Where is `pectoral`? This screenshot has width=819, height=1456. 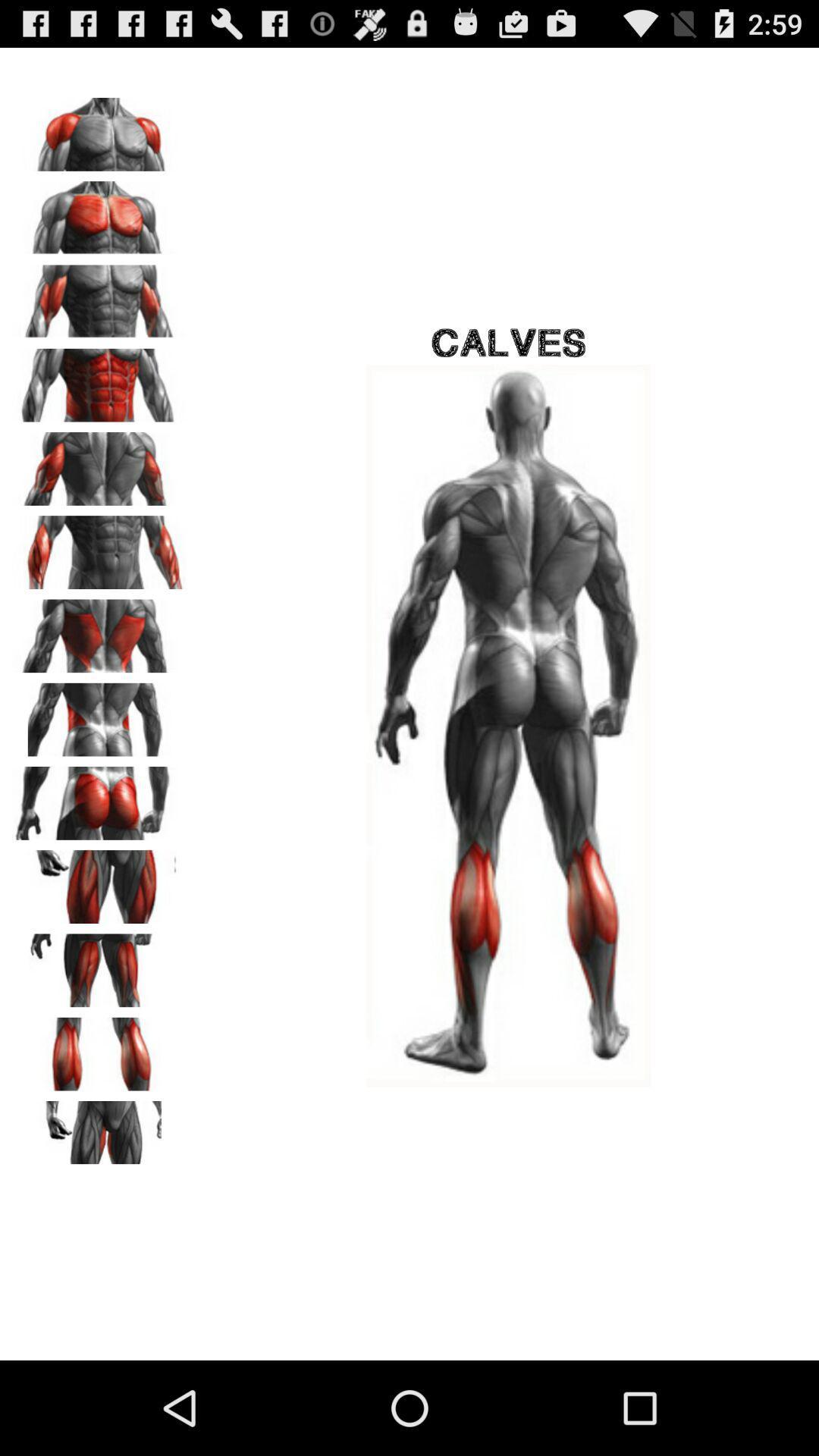
pectoral is located at coordinates (99, 212).